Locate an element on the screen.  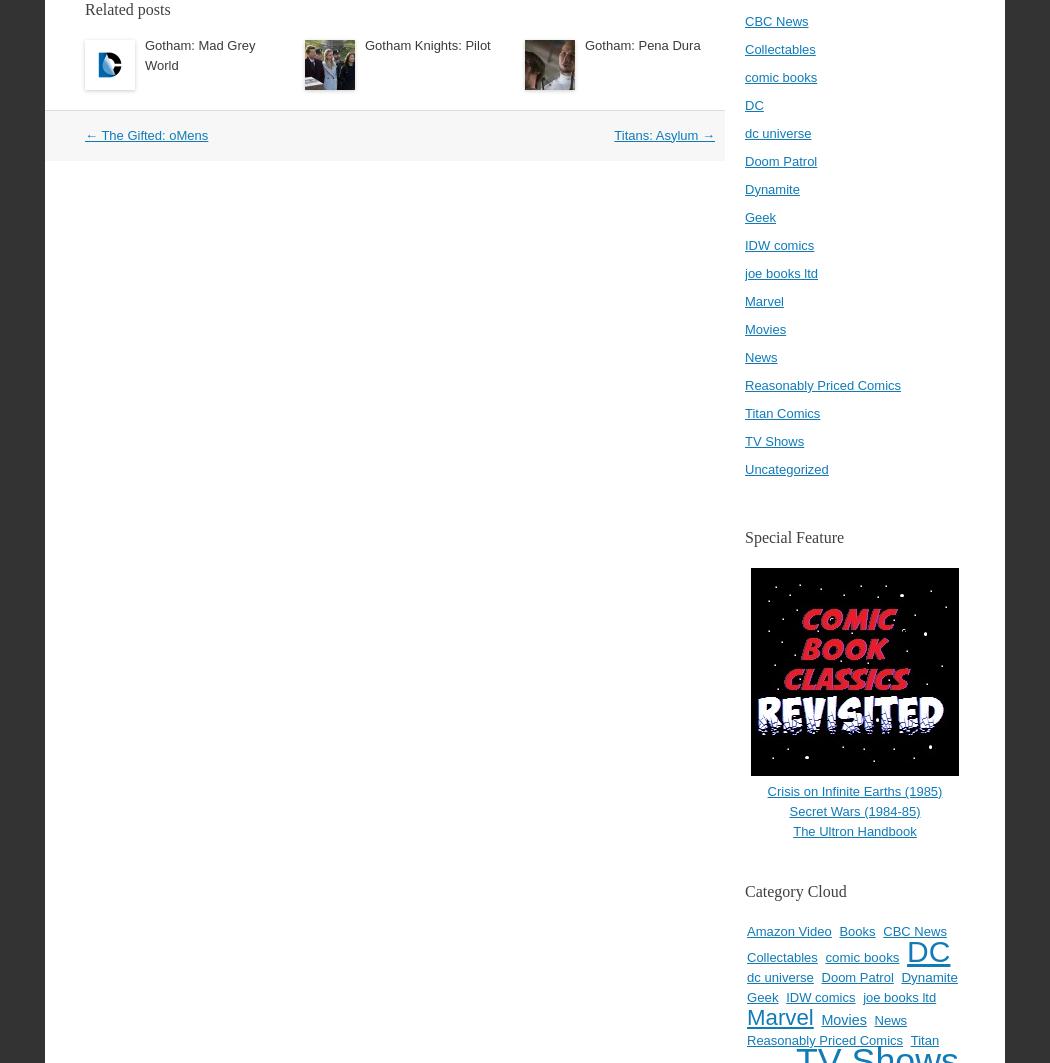
'Titan Comics' is located at coordinates (743, 412).